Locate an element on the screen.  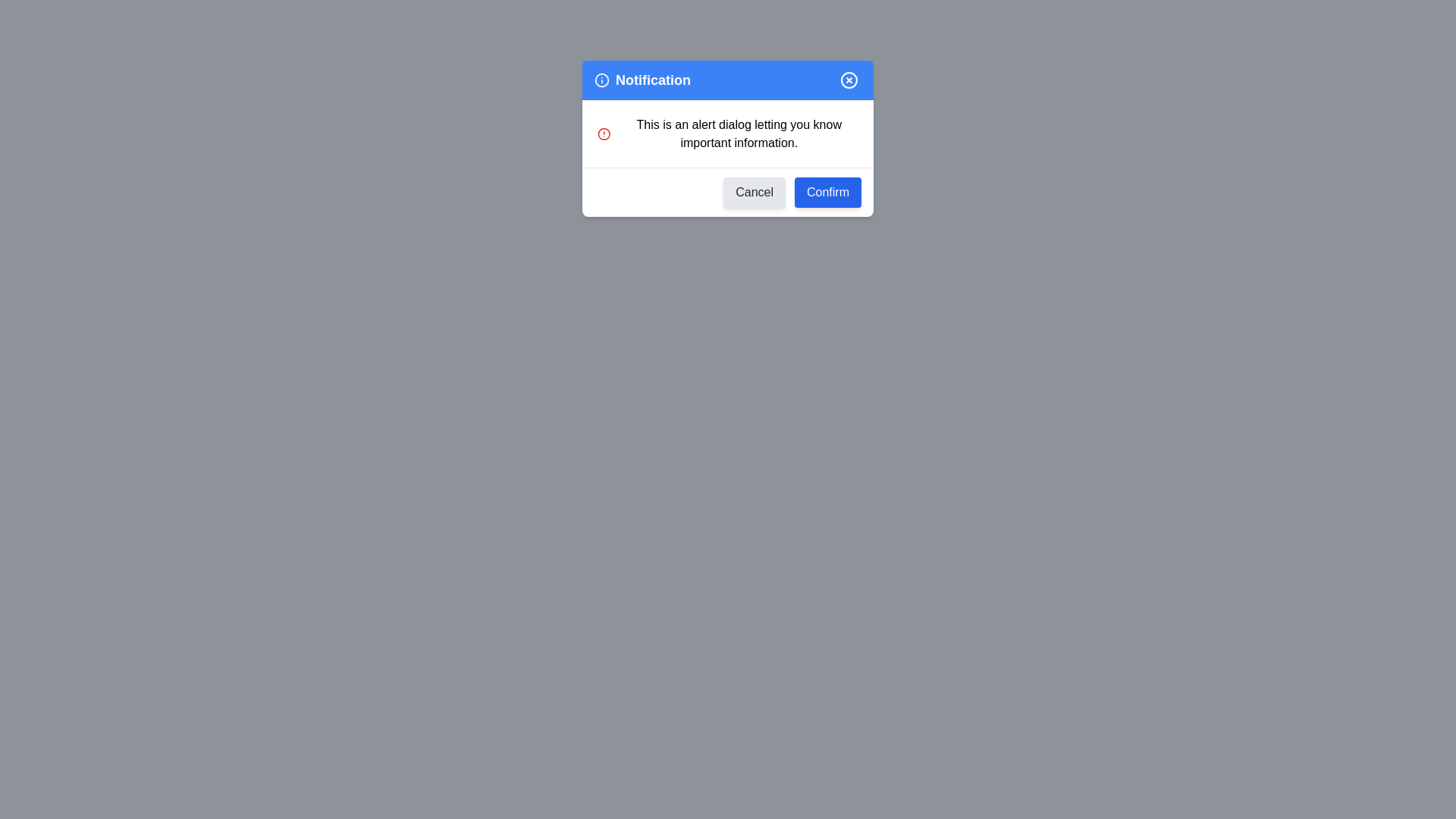
the circular close button with an 'X' icon located at the top-right corner of the blue header bar labeled 'Notification' is located at coordinates (848, 80).